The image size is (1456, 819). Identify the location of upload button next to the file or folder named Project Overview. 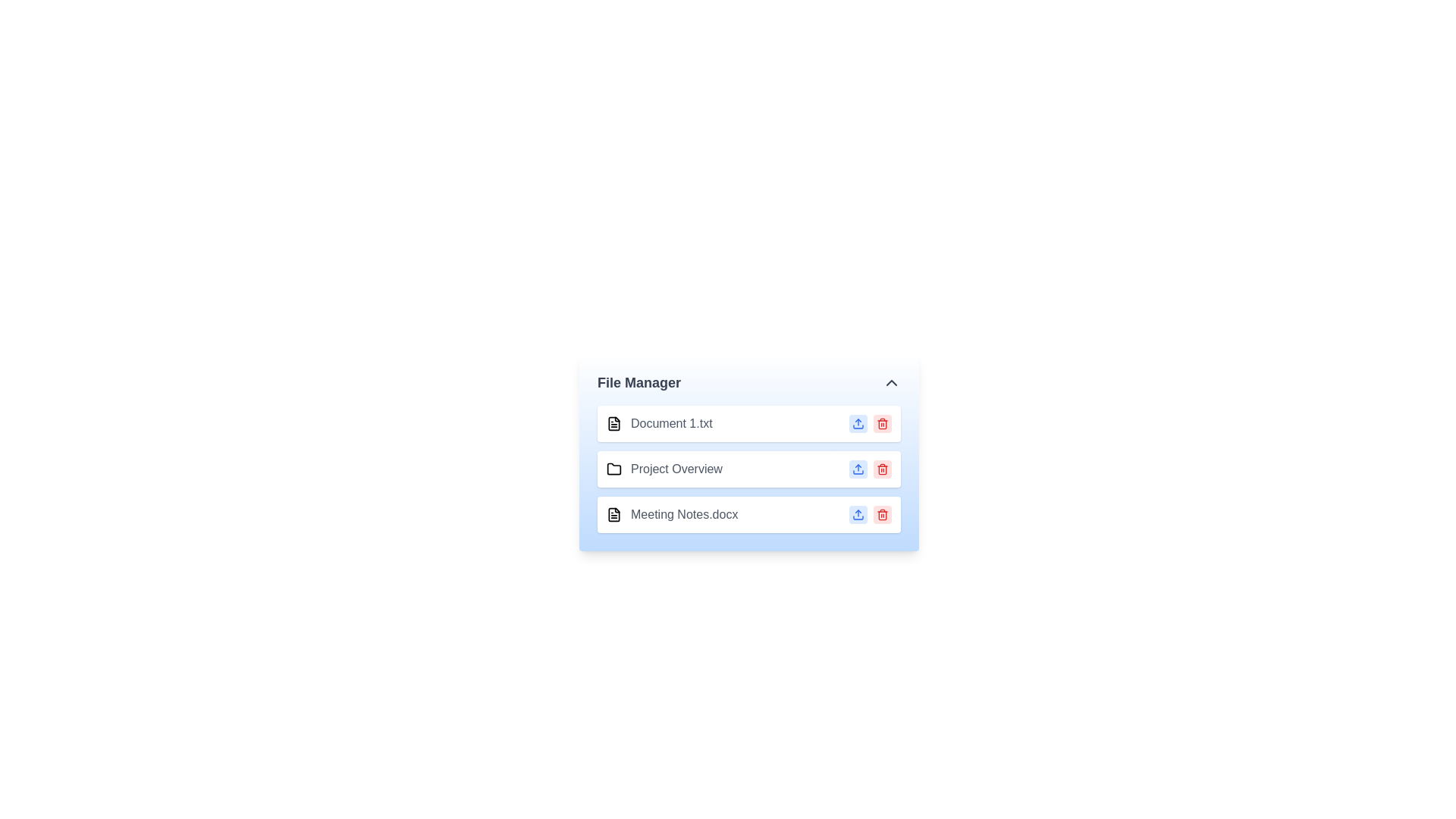
(858, 468).